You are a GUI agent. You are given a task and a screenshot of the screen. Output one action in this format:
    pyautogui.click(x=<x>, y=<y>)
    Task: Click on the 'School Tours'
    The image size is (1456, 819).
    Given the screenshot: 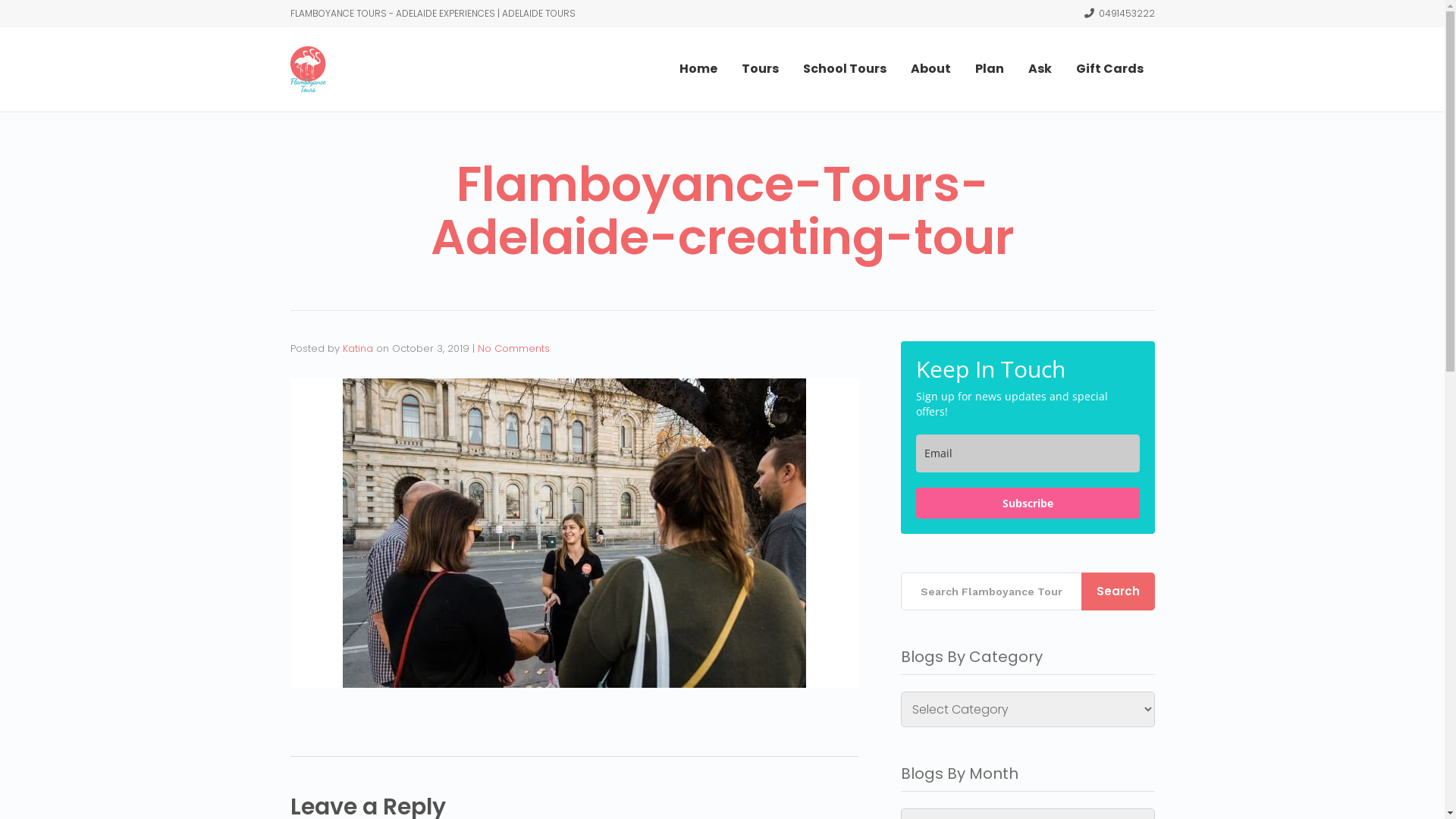 What is the action you would take?
    pyautogui.click(x=843, y=69)
    